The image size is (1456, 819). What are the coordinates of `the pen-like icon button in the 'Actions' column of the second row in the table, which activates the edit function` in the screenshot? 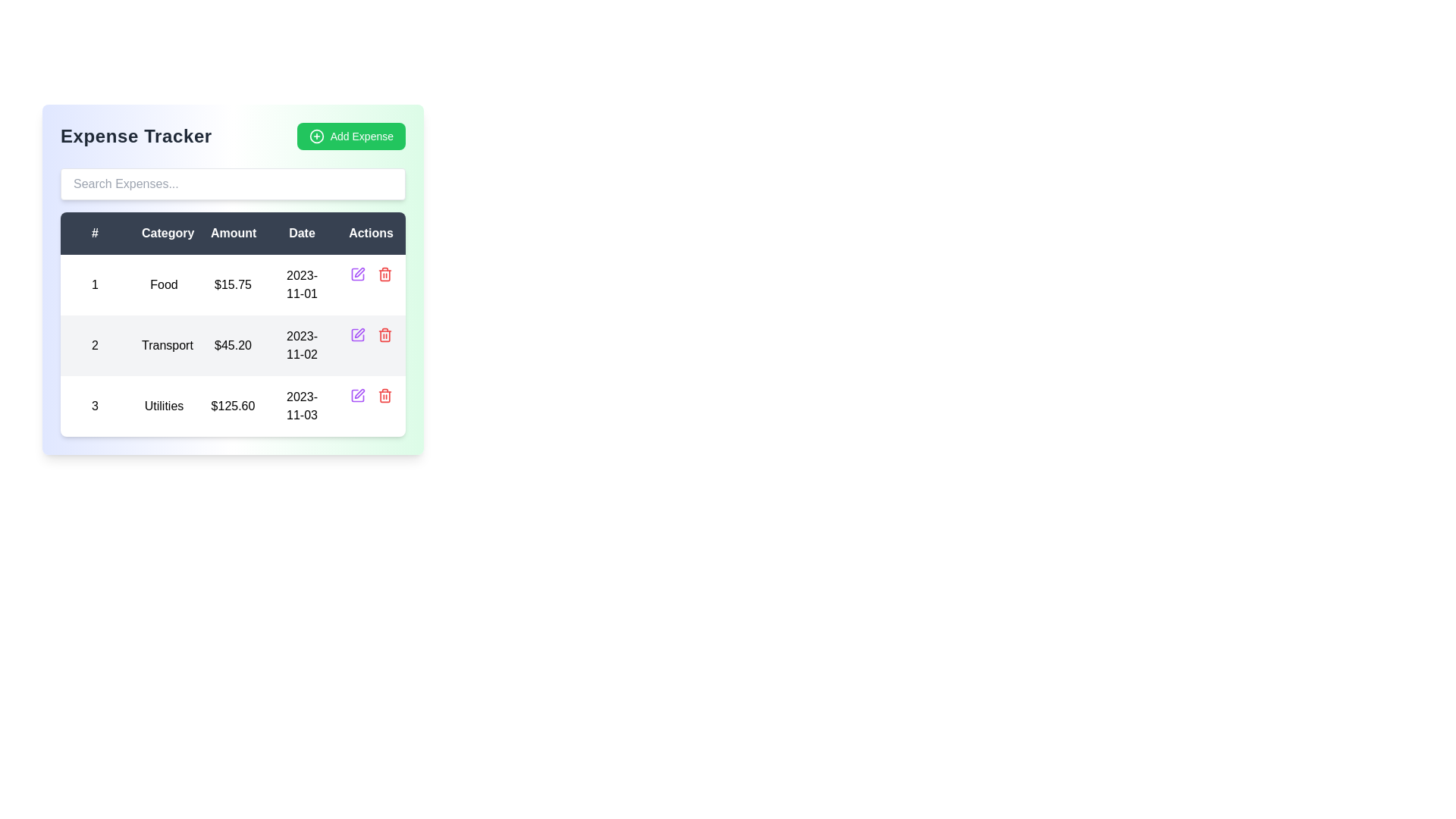 It's located at (359, 332).